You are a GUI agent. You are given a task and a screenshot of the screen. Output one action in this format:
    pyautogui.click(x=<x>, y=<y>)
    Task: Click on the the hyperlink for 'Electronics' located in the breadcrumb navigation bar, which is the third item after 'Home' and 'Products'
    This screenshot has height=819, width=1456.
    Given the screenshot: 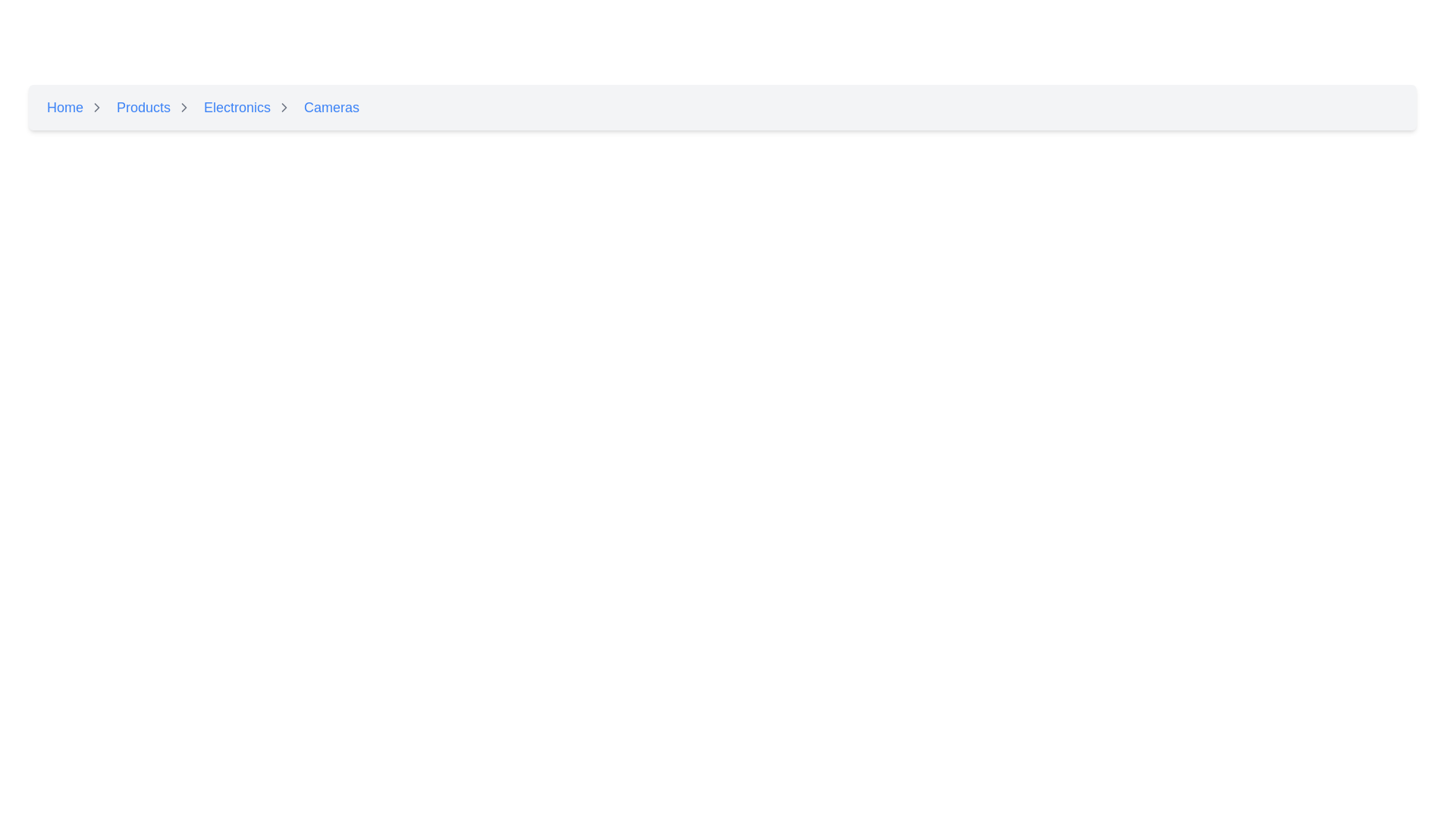 What is the action you would take?
    pyautogui.click(x=237, y=107)
    